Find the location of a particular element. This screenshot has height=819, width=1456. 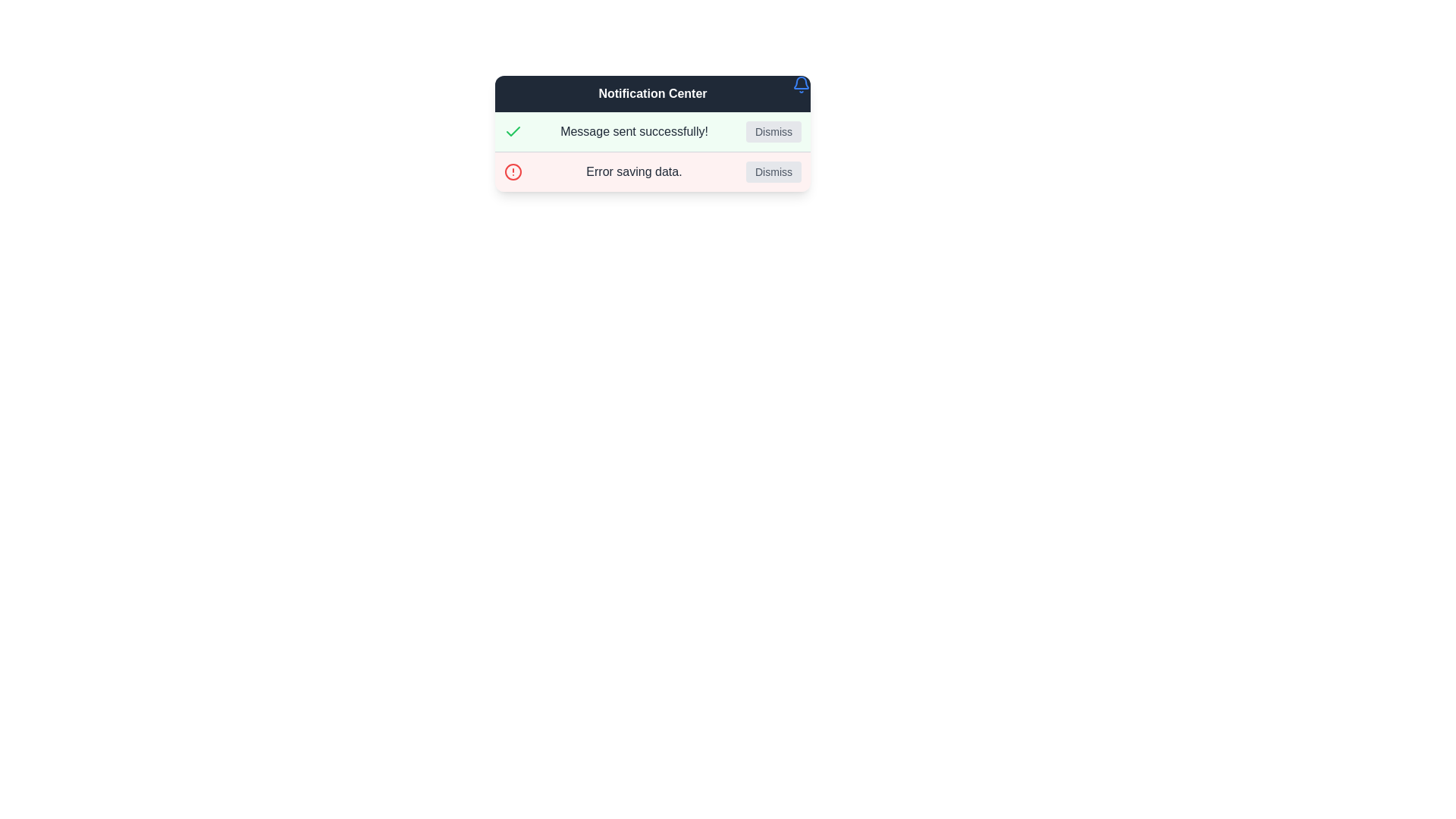

the Text label that informs the user about an error during a data-saving operation, located within the 'Error saving data' notification card is located at coordinates (634, 171).